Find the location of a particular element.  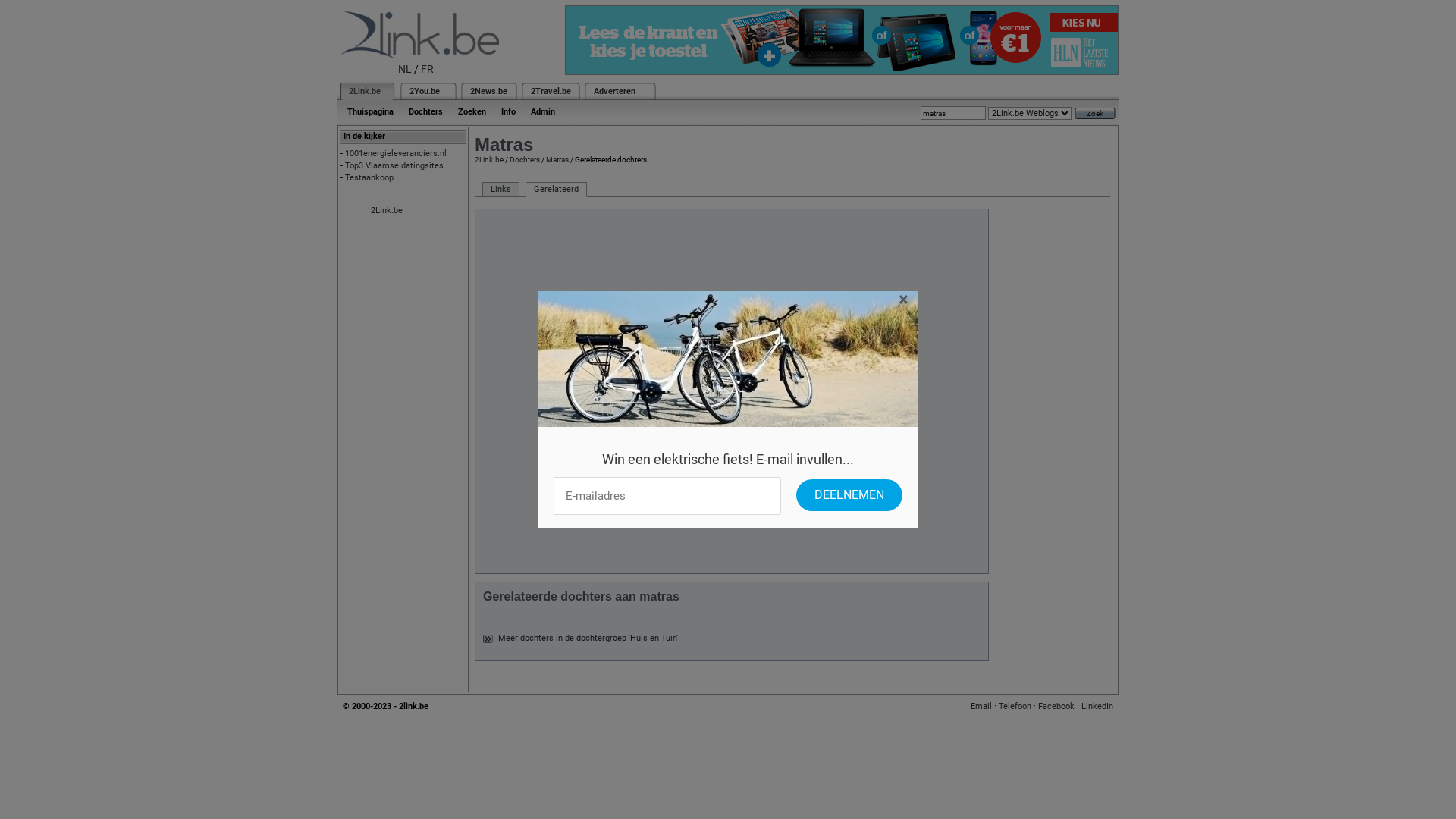

'Admin' is located at coordinates (523, 111).